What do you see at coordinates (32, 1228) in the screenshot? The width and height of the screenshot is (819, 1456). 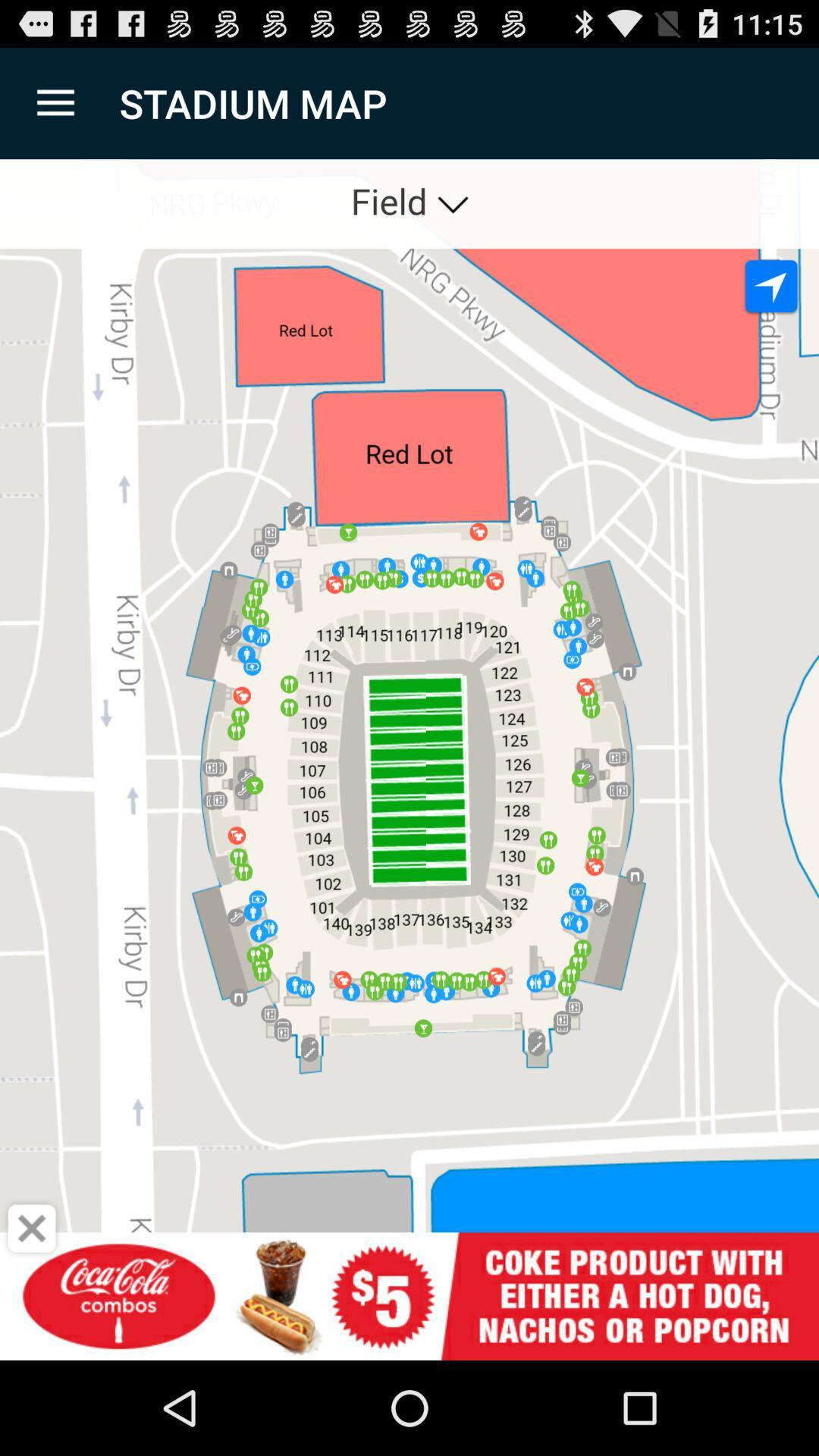 I see `close` at bounding box center [32, 1228].